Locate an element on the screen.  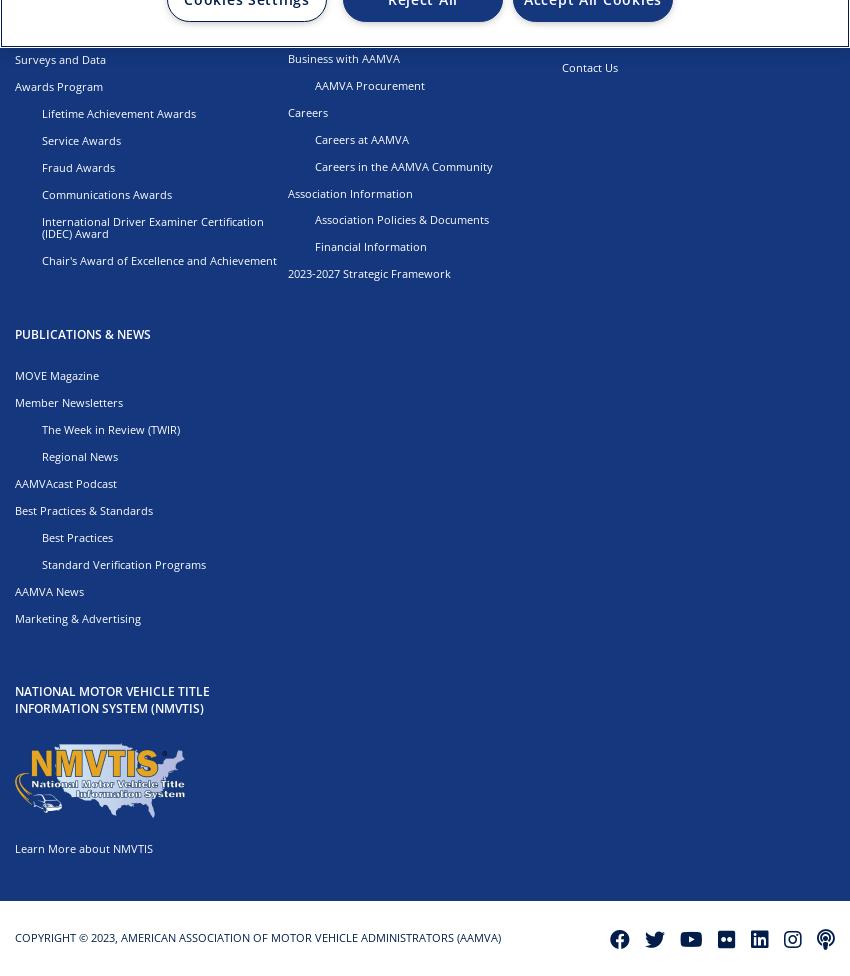
'Staff Executive Leadership Team' is located at coordinates (398, 30).